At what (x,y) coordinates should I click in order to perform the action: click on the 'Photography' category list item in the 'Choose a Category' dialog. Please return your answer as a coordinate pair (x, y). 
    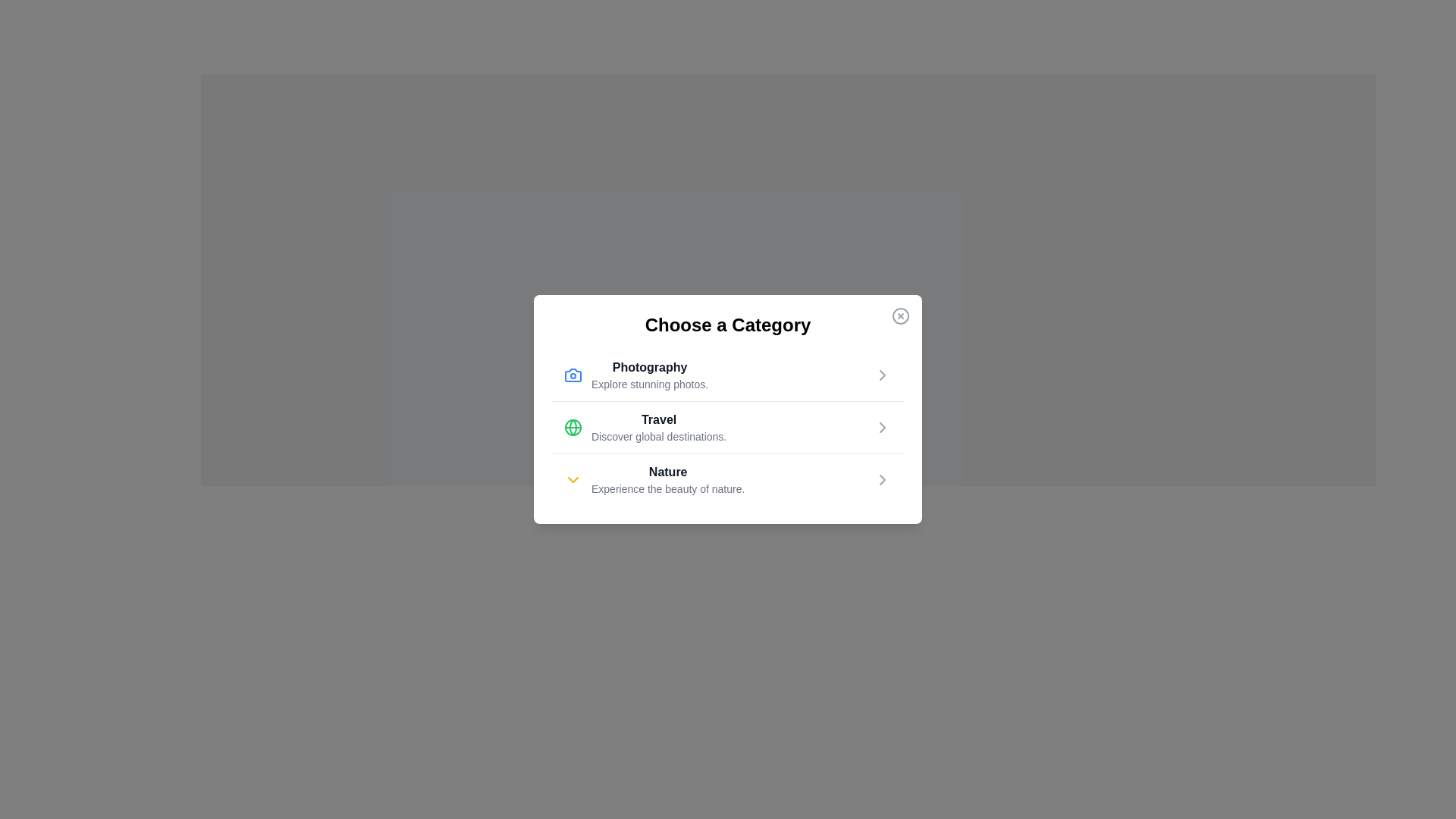
    Looking at the image, I should click on (728, 375).